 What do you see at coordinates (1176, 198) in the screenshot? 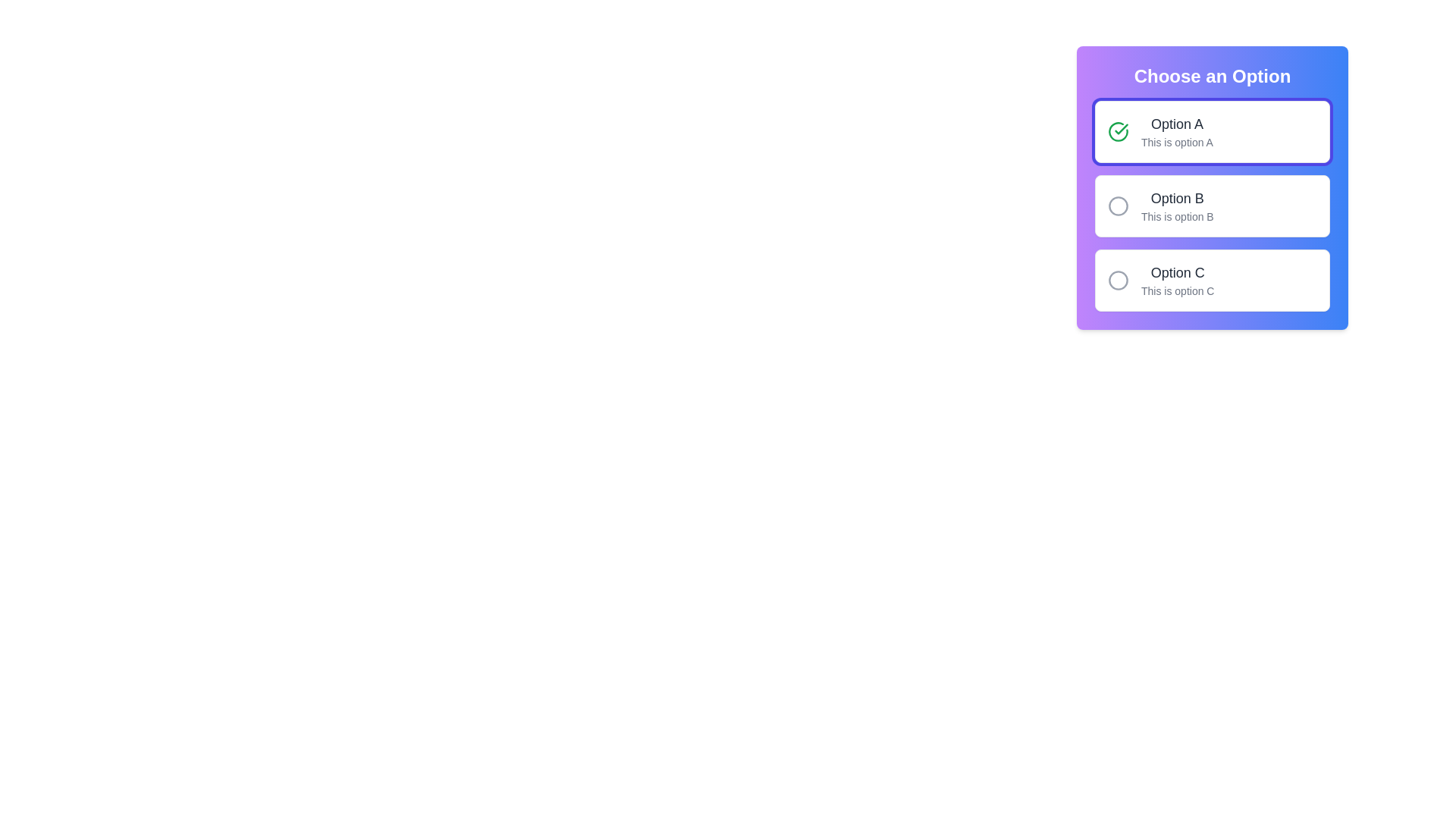
I see `the Text Label that provides the title for Option B, which is located directly below 'Option A' and above 'This is option B' in the selectable options list` at bounding box center [1176, 198].